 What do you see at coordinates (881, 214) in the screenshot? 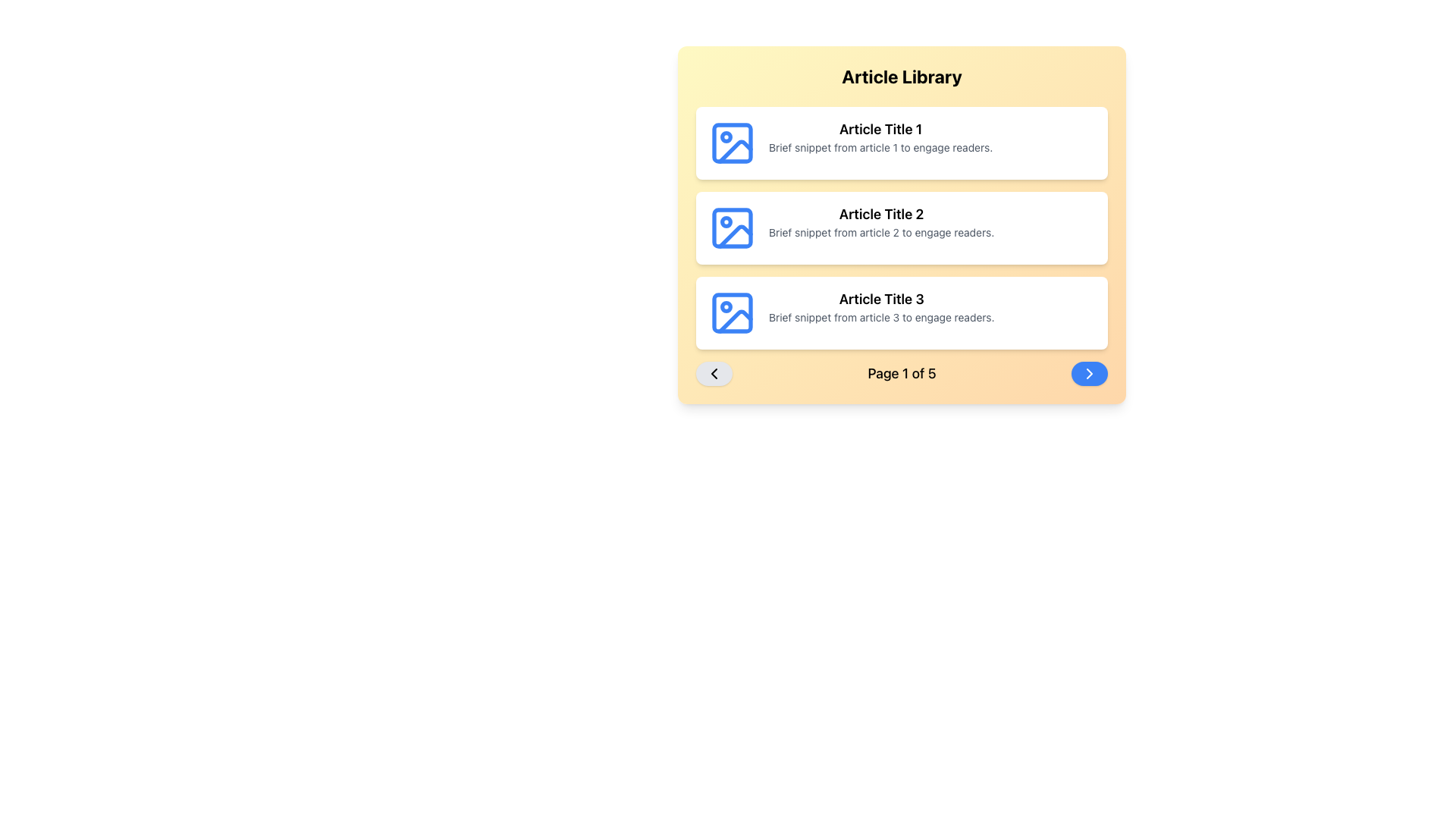
I see `the Text Label that serves as the title of an article entry, positioned between 'Article Title 1' and 'Article Title 3'` at bounding box center [881, 214].